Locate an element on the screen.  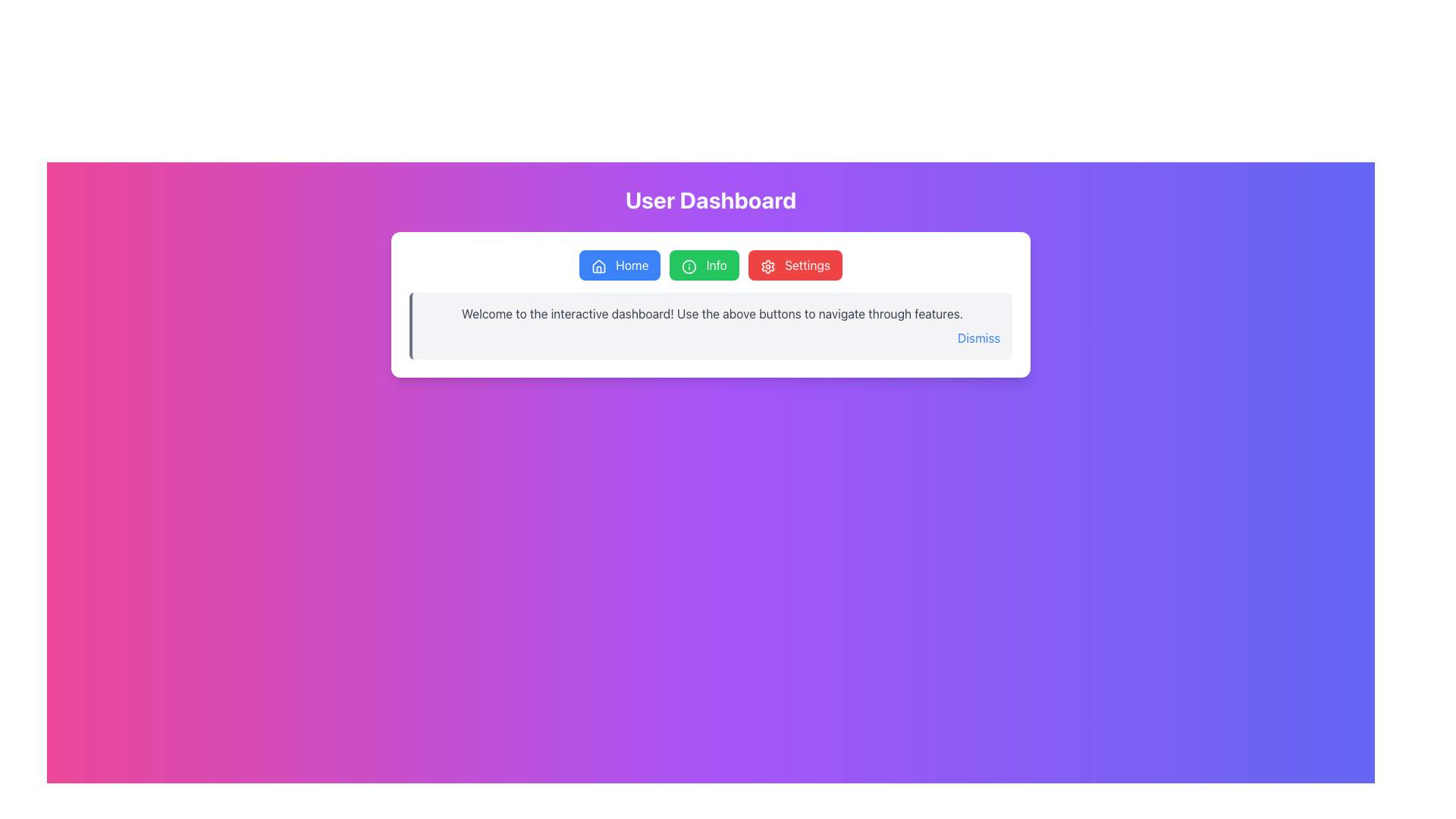
the 'Home' button with a blue background and white text is located at coordinates (620, 265).